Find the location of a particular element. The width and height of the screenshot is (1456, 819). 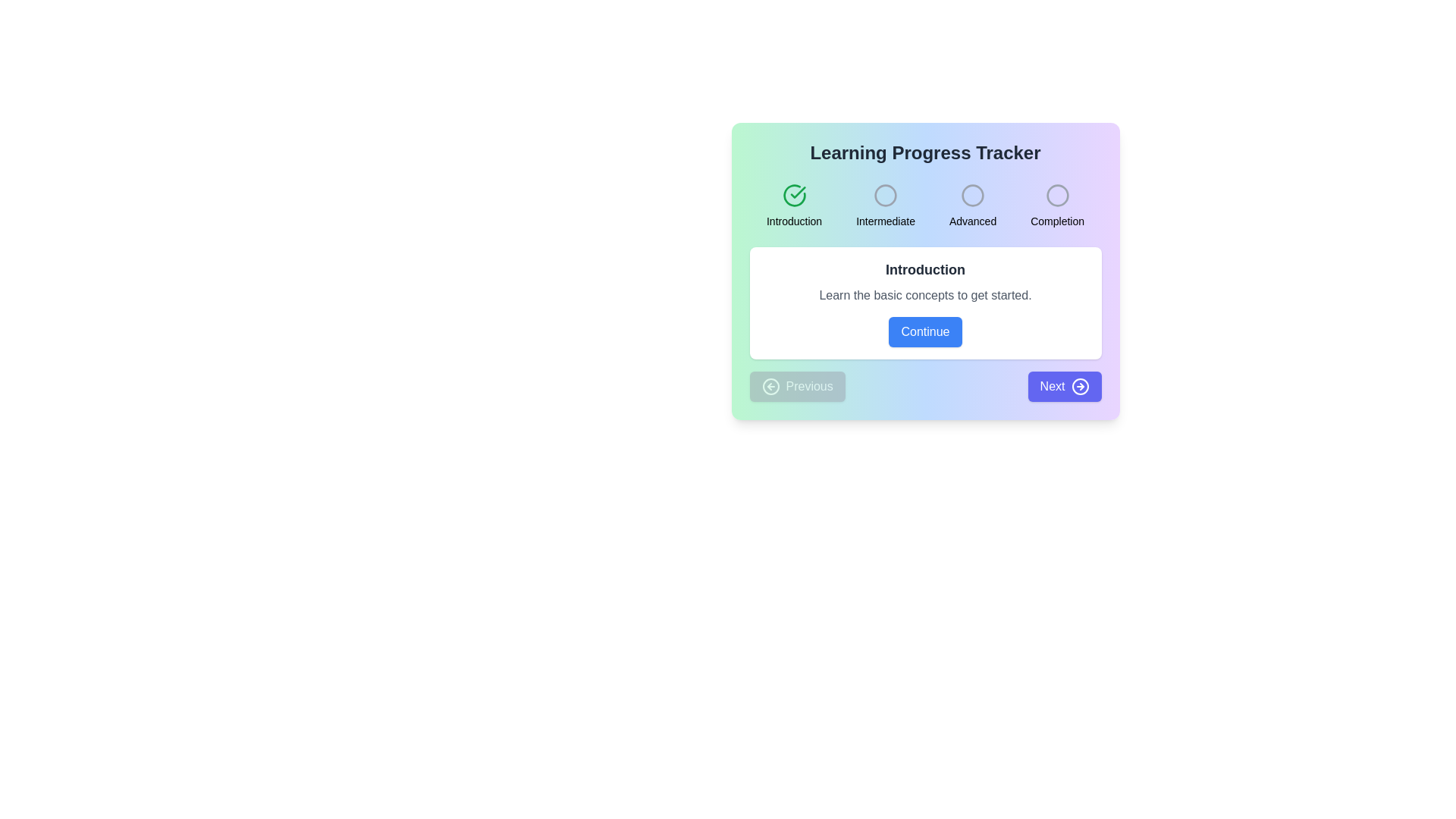

the 'Advanced' progress step label in the Learning Progress Tracker, which is positioned between the 'Intermediate' and 'Completion' labels is located at coordinates (973, 221).